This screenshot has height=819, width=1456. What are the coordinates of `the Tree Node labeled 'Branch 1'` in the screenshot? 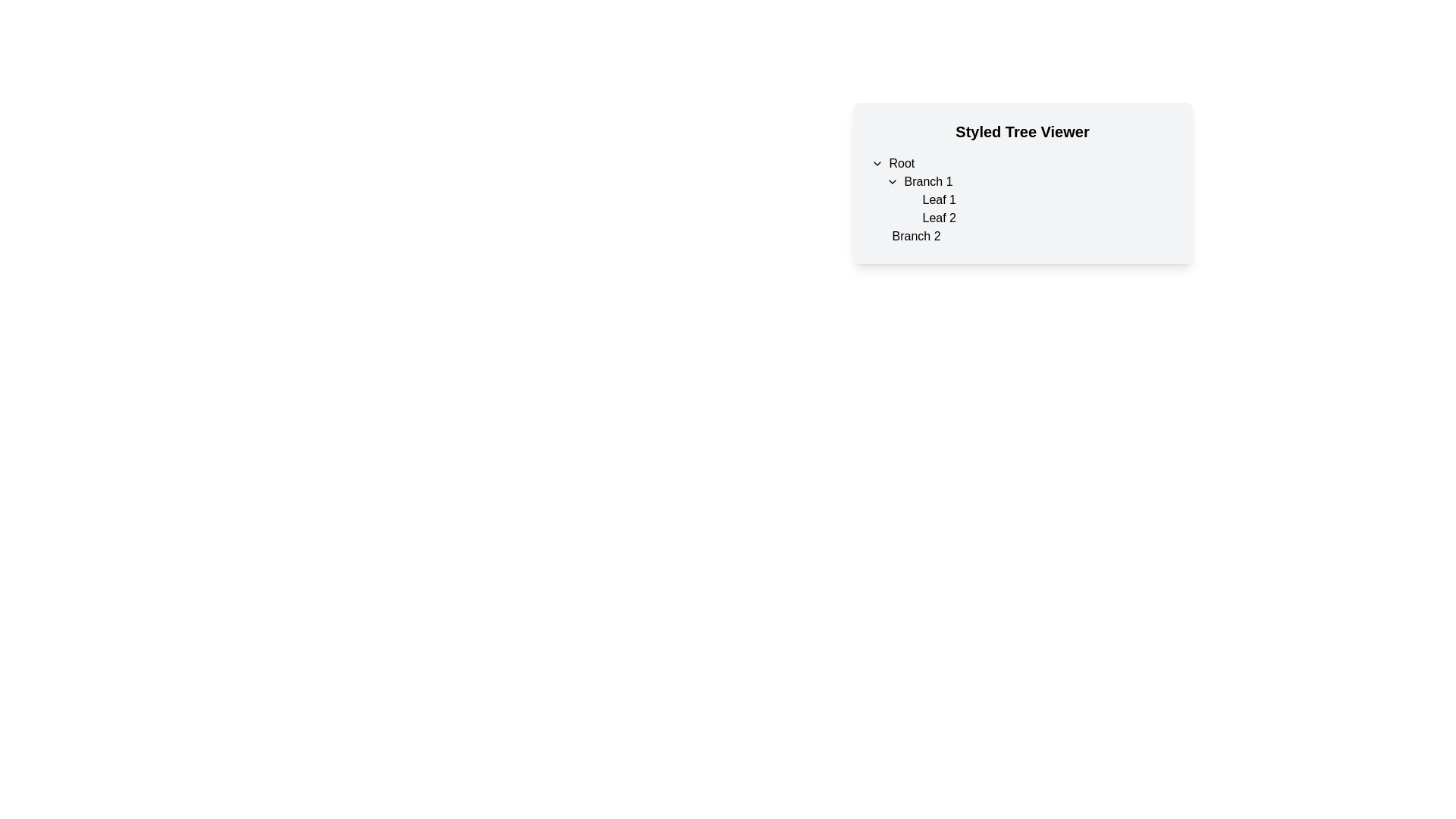 It's located at (1022, 199).